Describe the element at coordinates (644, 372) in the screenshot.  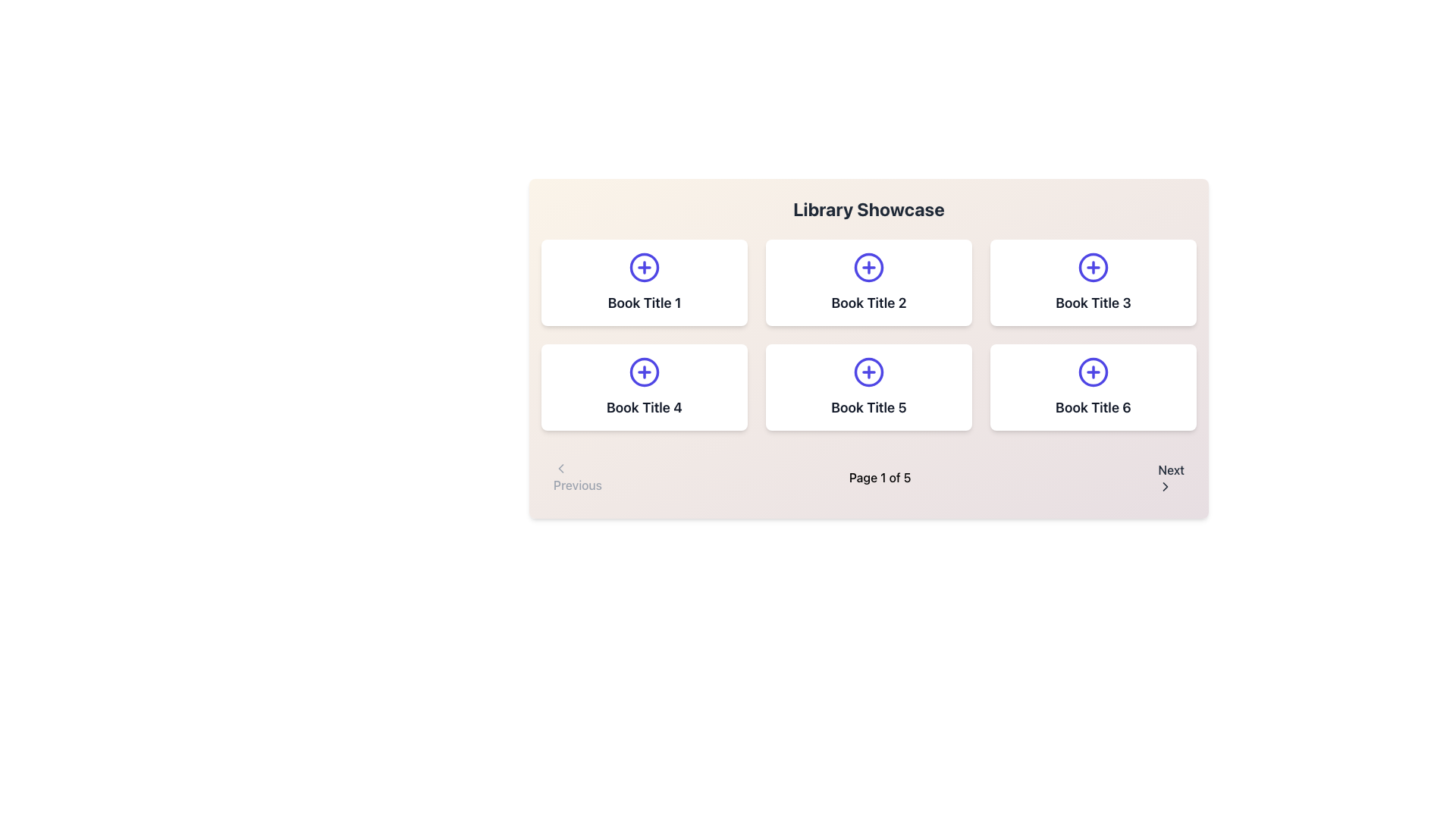
I see `the action button labeled 'Book Title 4'` at that location.